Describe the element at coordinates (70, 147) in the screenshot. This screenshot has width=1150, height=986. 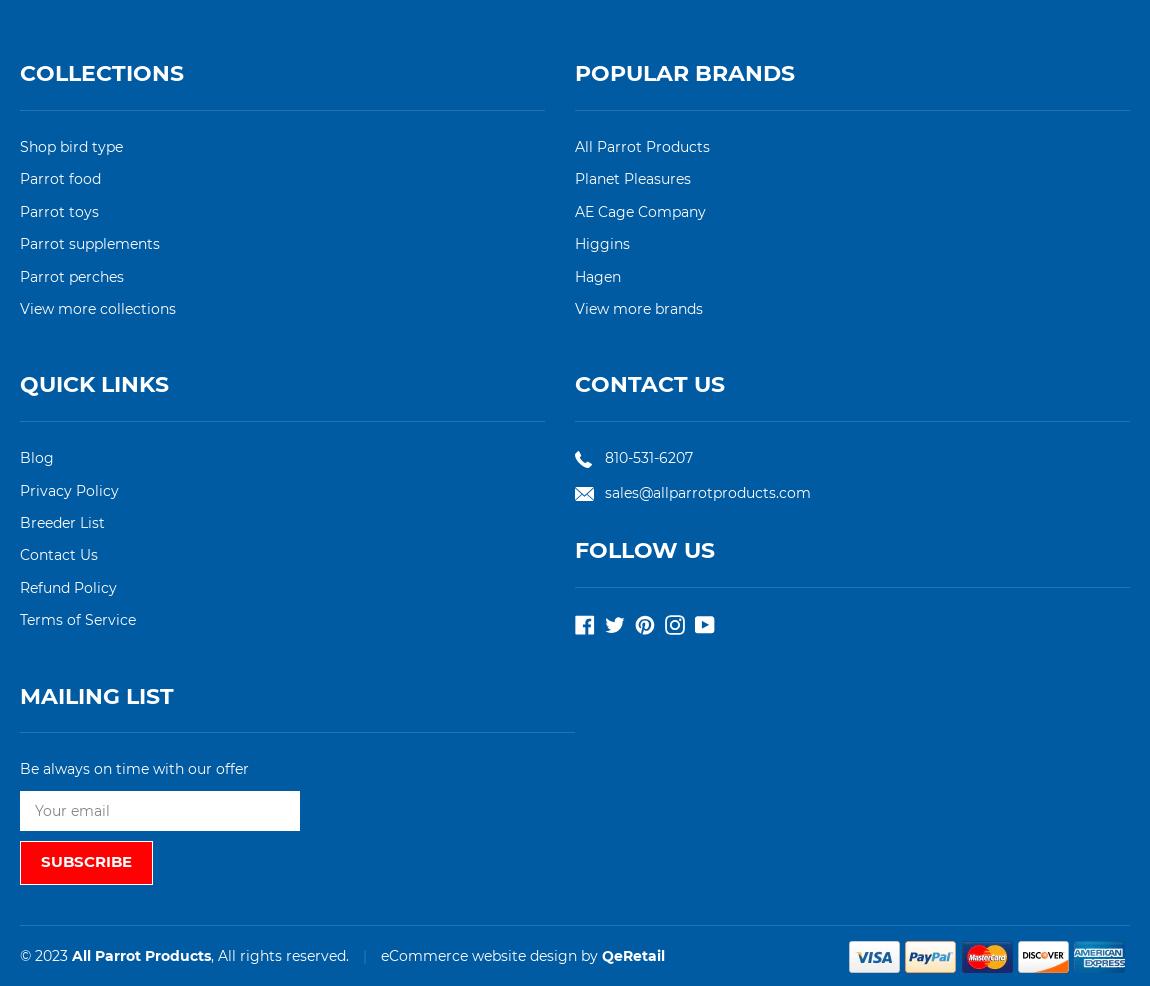
I see `'Shop bird type'` at that location.